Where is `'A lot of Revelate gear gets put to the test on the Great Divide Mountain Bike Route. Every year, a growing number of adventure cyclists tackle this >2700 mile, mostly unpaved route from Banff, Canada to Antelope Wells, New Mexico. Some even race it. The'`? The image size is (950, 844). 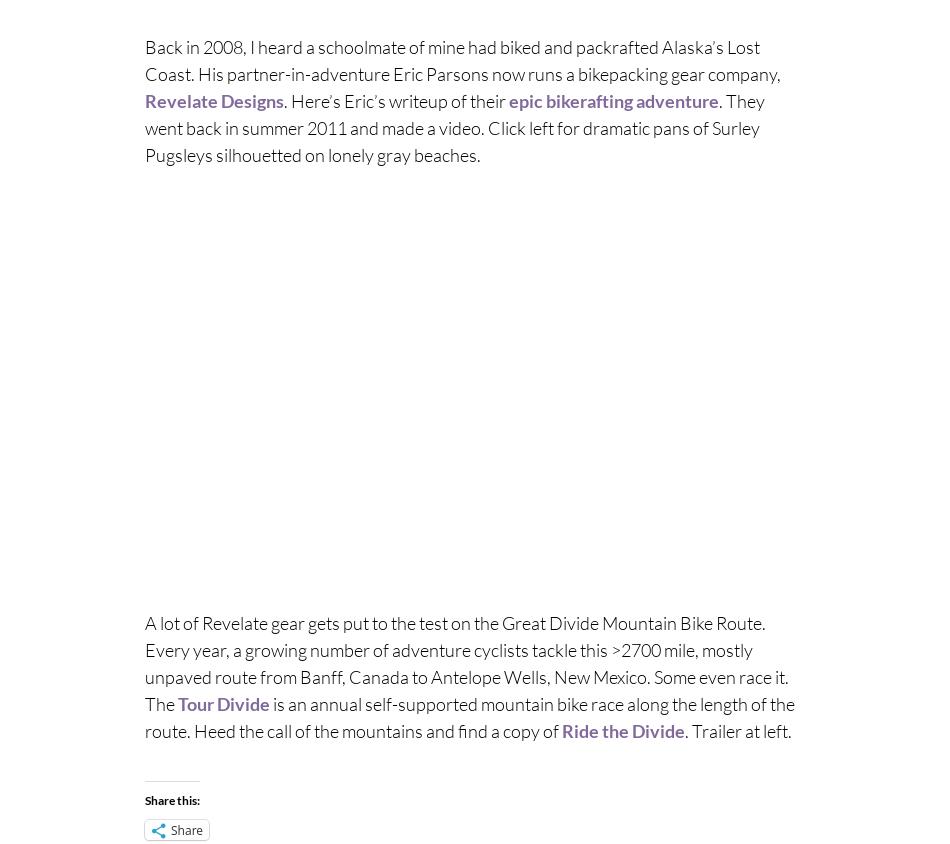 'A lot of Revelate gear gets put to the test on the Great Divide Mountain Bike Route. Every year, a growing number of adventure cyclists tackle this >2700 mile, mostly unpaved route from Banff, Canada to Antelope Wells, New Mexico. Some even race it. The' is located at coordinates (144, 661).